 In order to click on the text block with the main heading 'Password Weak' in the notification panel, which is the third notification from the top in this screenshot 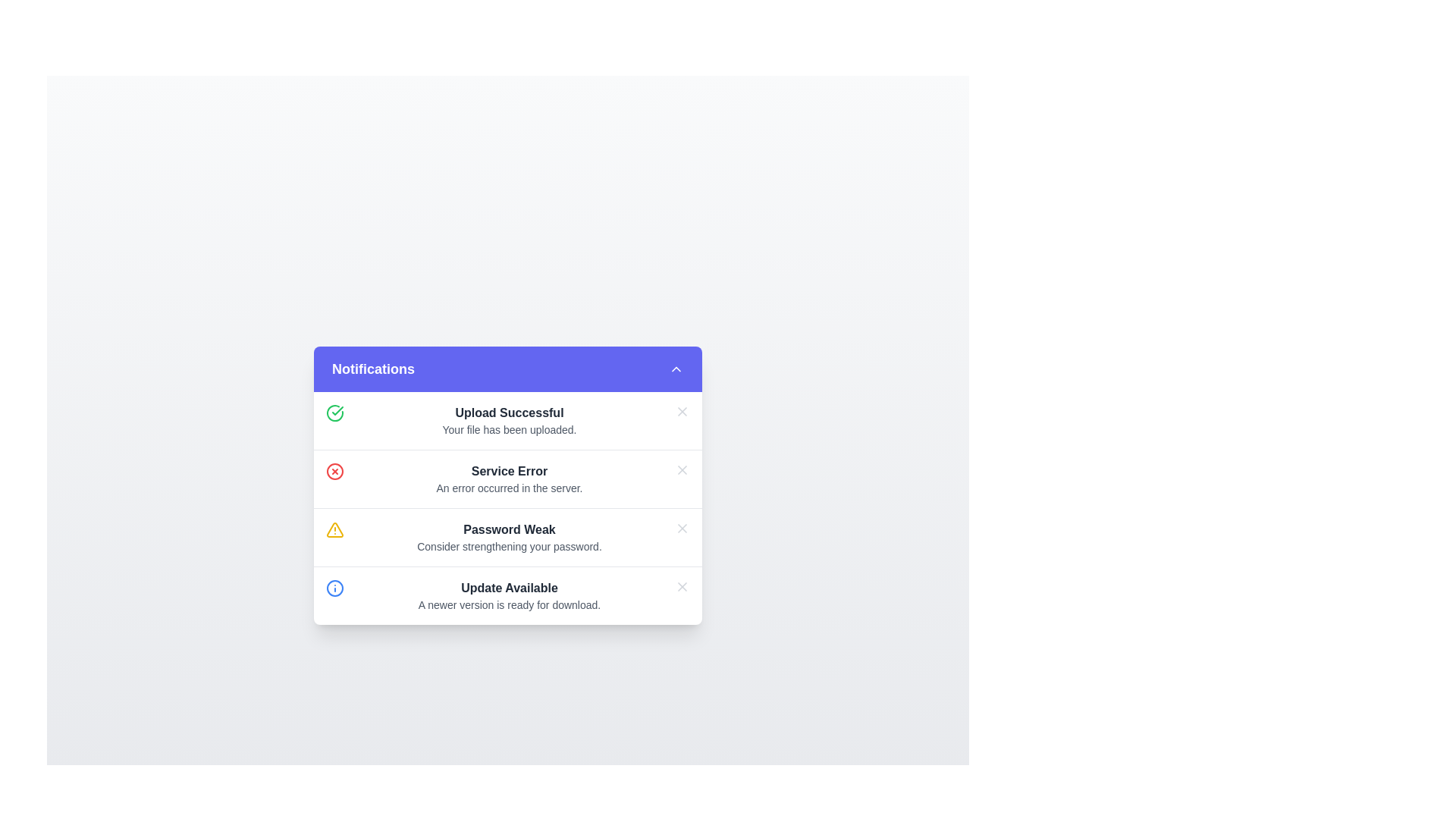, I will do `click(510, 536)`.